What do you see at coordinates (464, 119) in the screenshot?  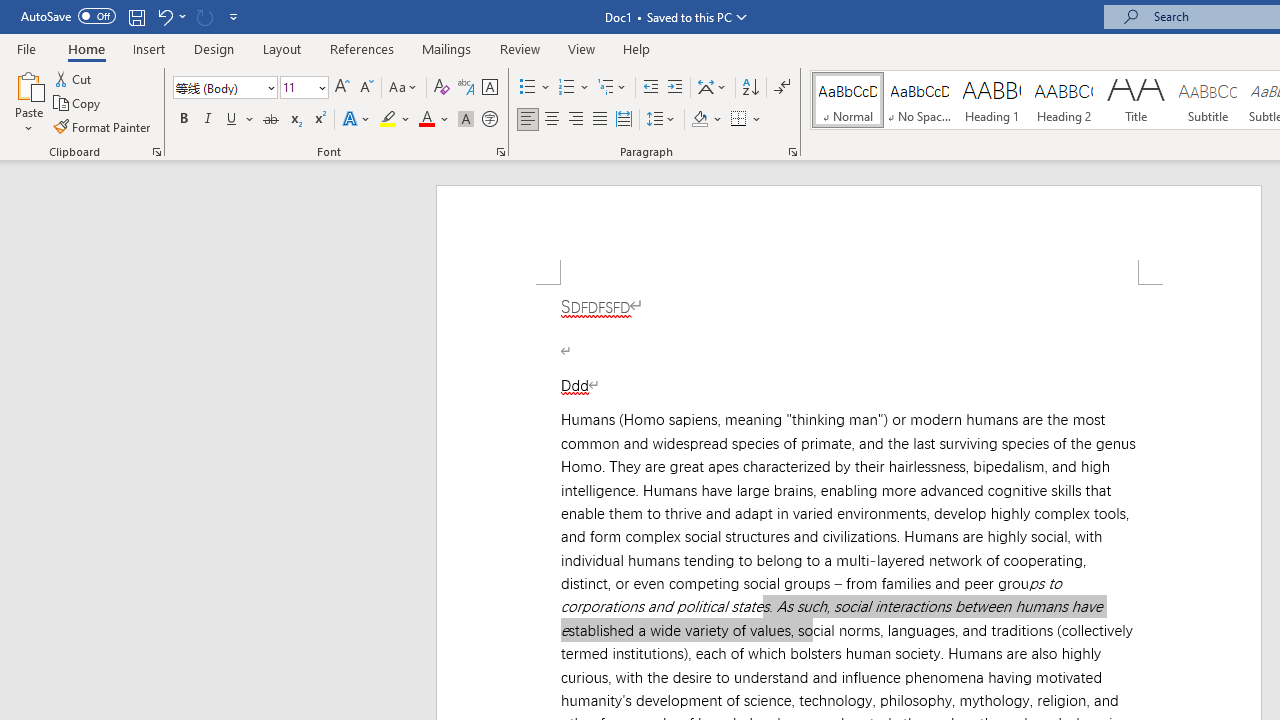 I see `'Character Shading'` at bounding box center [464, 119].